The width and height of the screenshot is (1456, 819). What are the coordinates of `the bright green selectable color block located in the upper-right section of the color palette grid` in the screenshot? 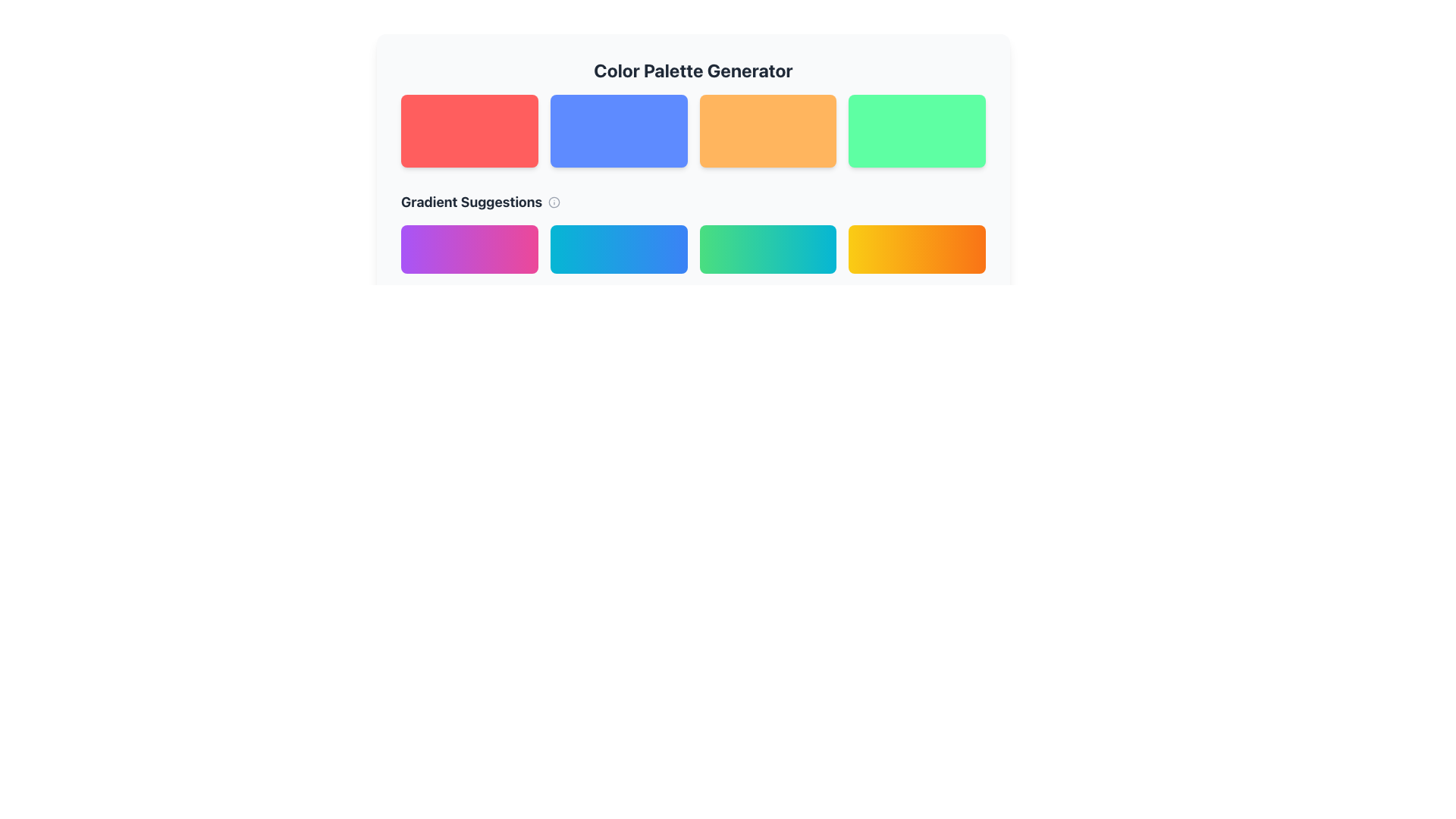 It's located at (916, 130).